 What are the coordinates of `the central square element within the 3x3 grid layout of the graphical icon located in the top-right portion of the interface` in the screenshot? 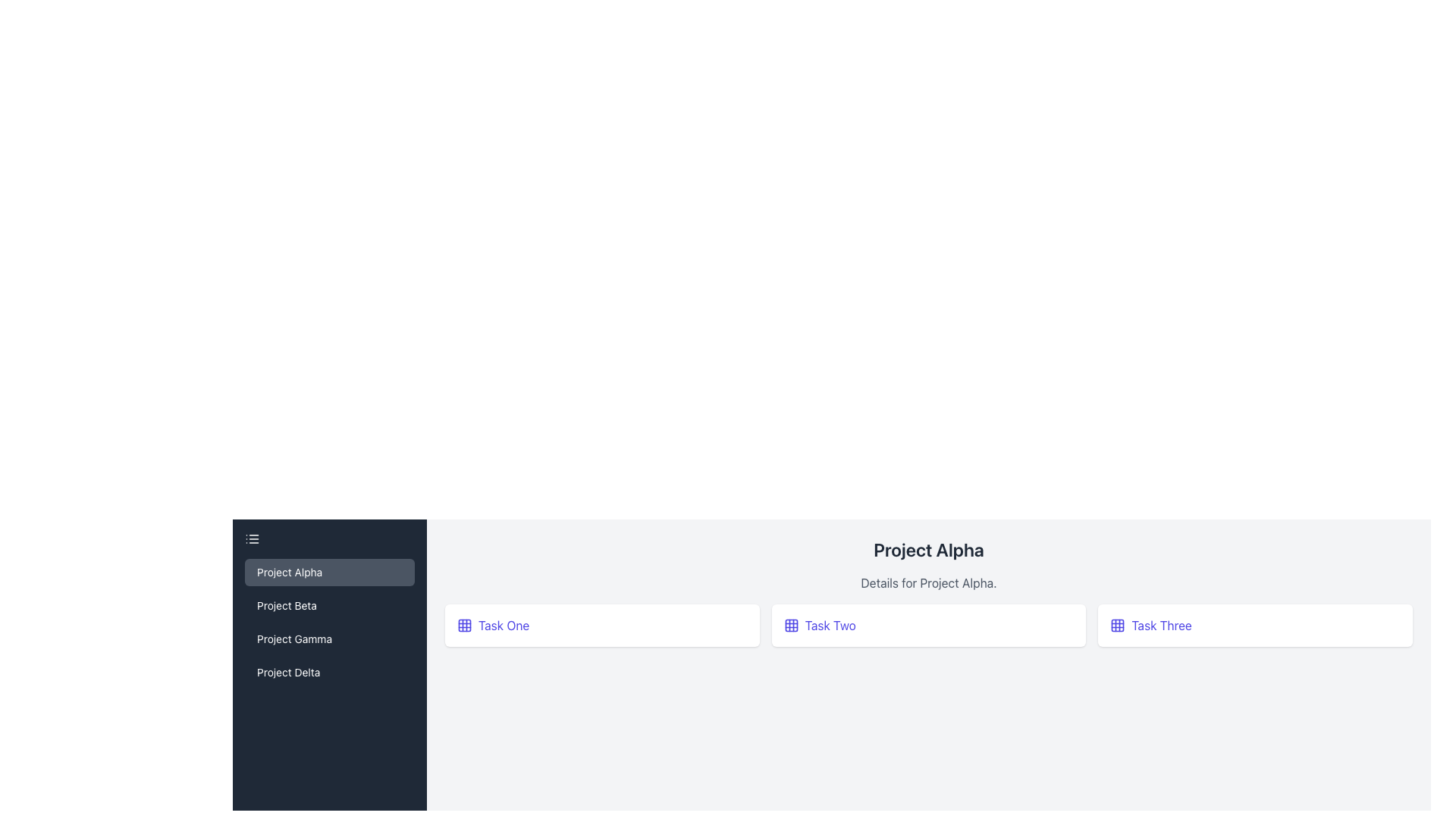 It's located at (1117, 626).